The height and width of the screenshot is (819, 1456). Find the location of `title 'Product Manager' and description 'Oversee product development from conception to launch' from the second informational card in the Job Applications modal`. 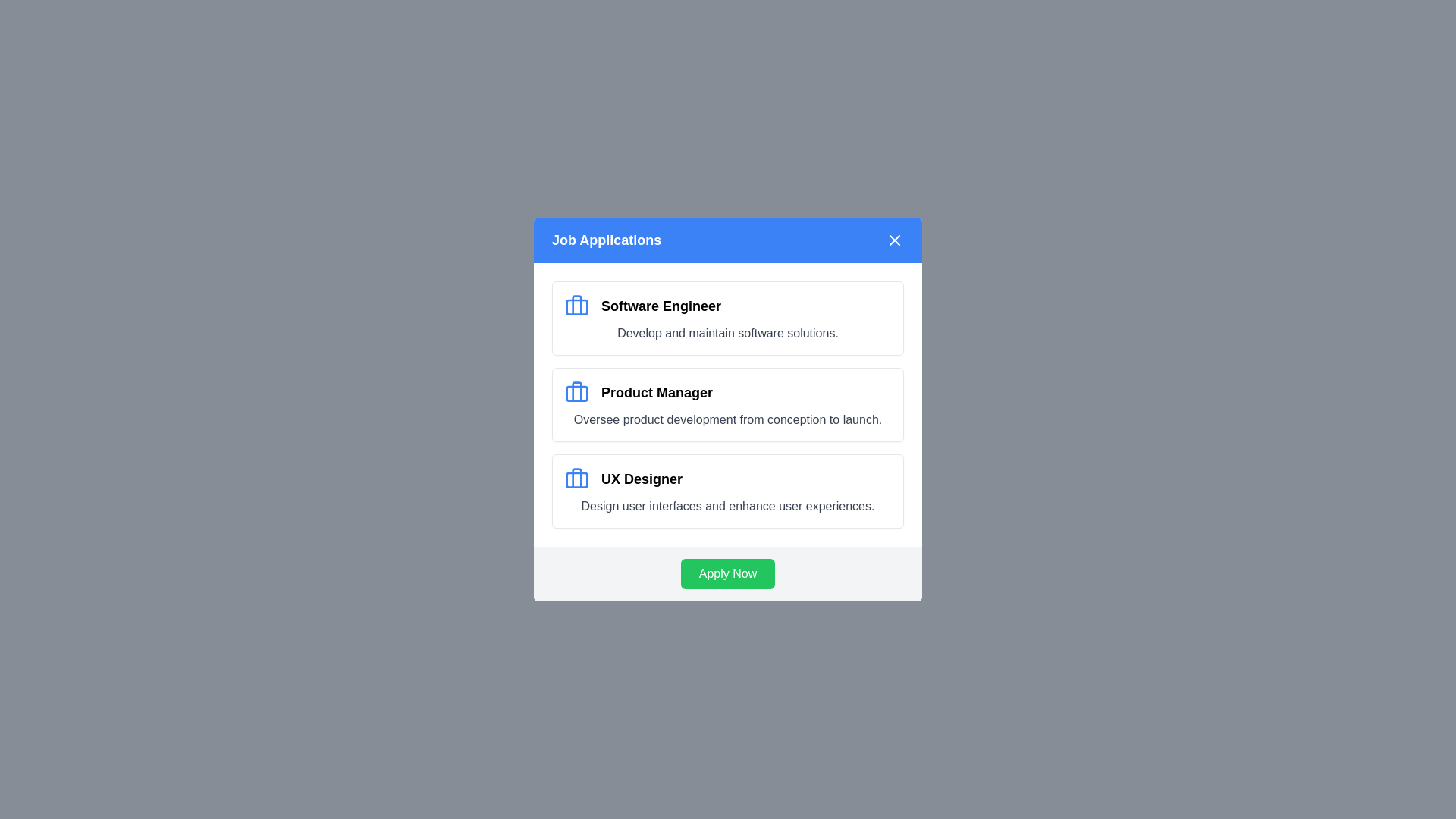

title 'Product Manager' and description 'Oversee product development from conception to launch' from the second informational card in the Job Applications modal is located at coordinates (728, 403).